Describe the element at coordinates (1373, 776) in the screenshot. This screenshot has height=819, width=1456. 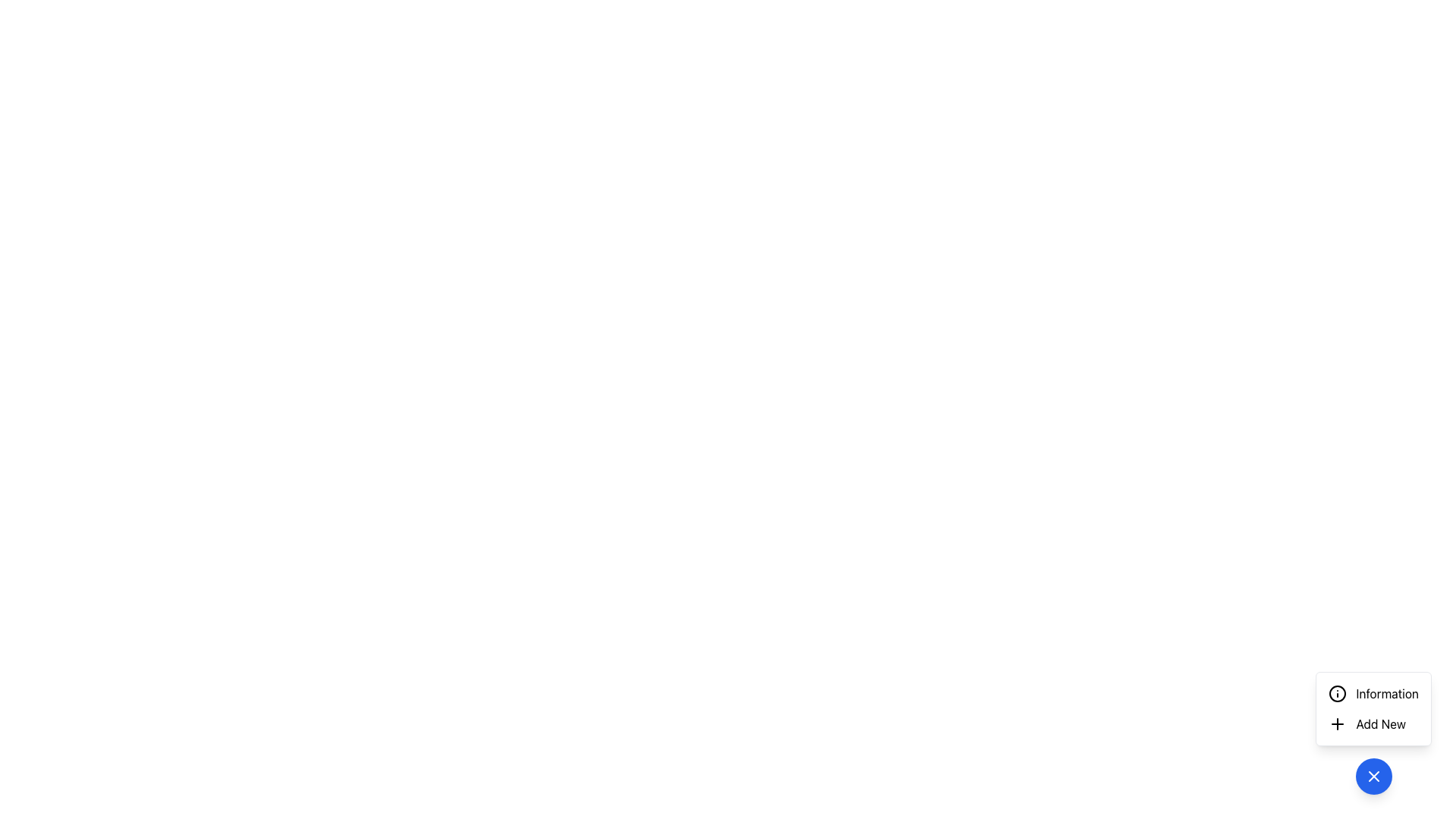
I see `the 'X' icon located in the lower-right corner of the interface within a circular blue button` at that location.